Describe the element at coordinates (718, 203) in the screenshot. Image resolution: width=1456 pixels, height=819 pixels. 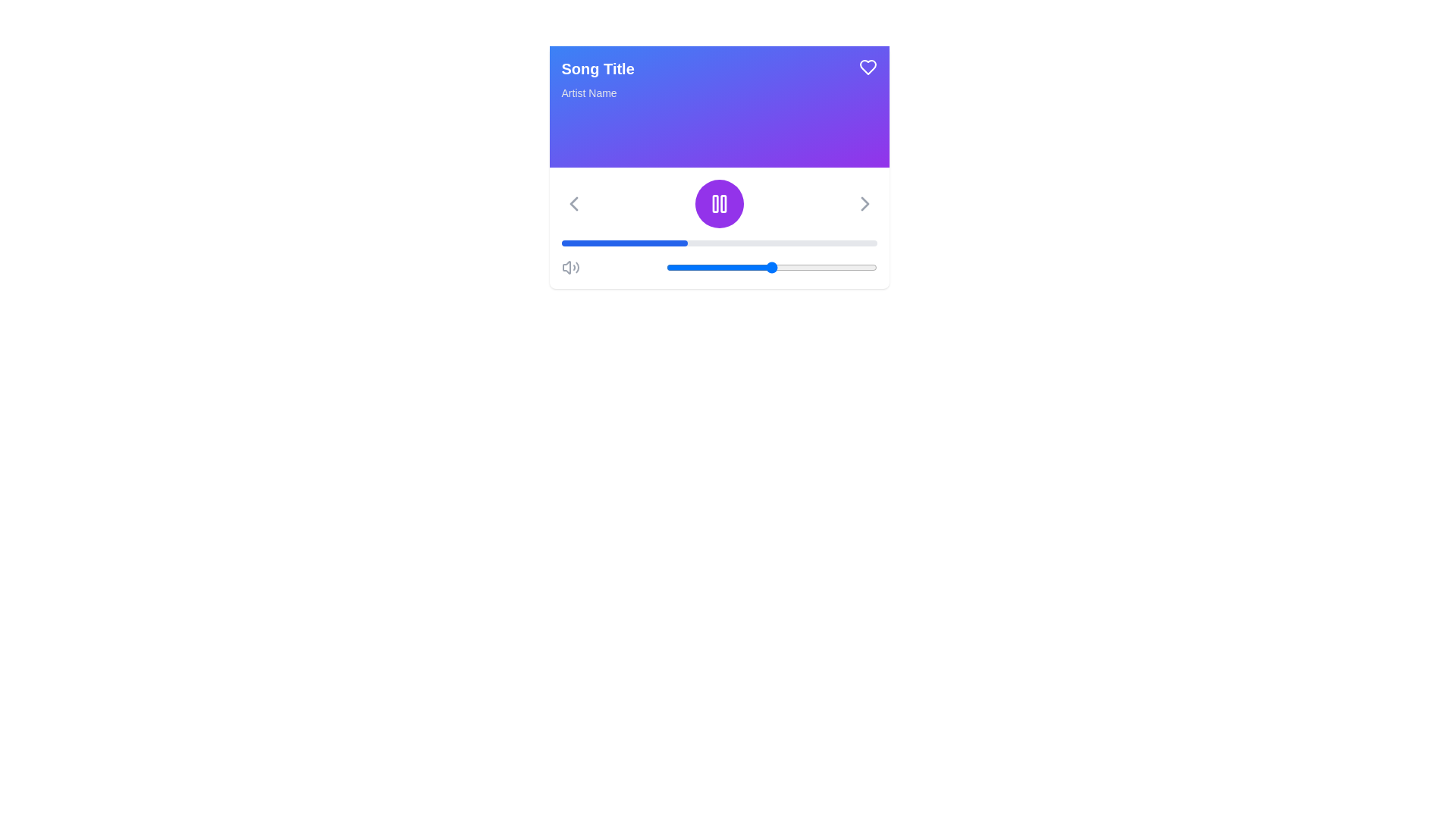
I see `the play/pause toggle button, which is located below the gradient-colored header and above the playback progress bar, to activate the hover styling` at that location.